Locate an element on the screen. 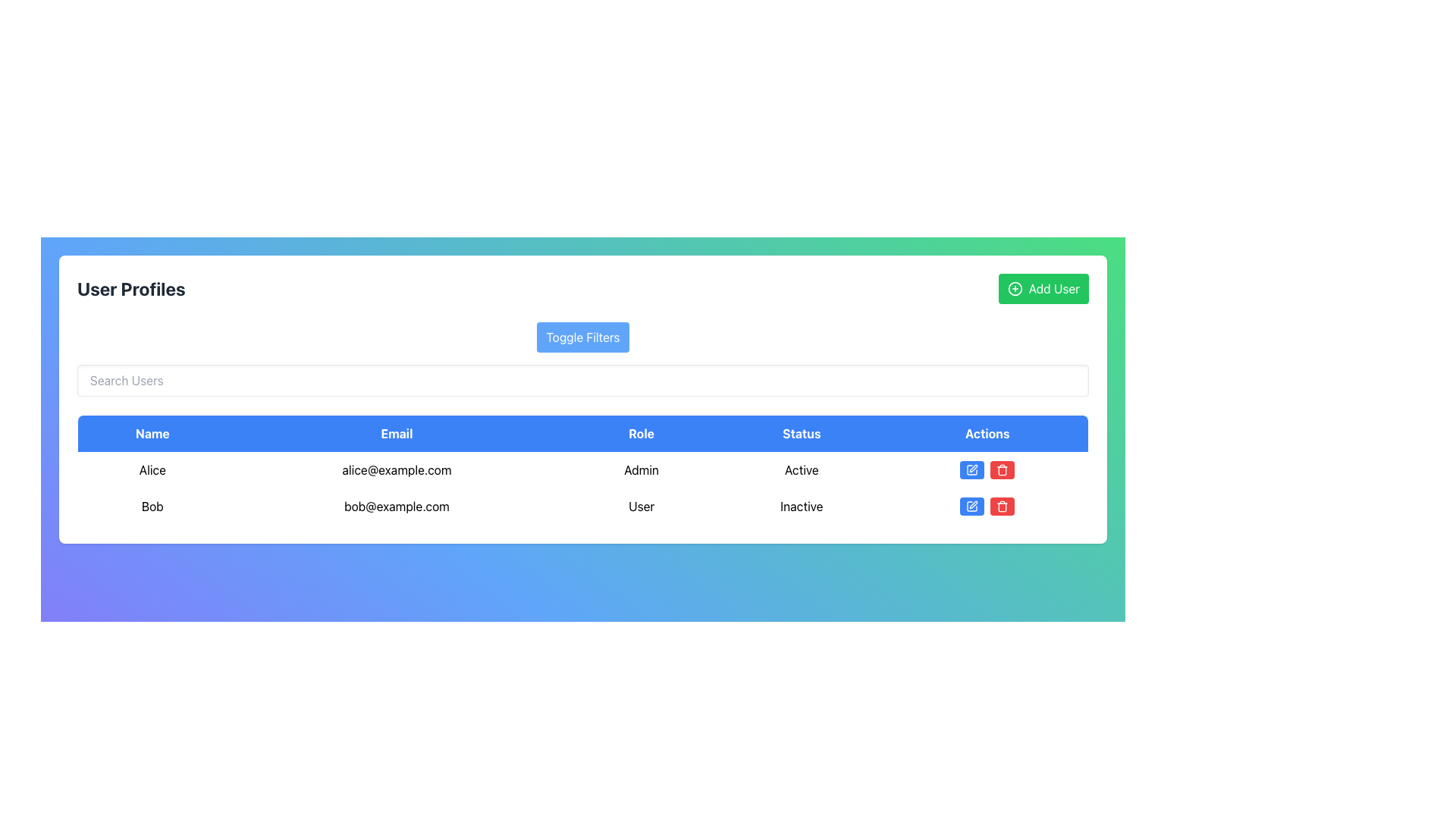  the text label indicating the current activity status of user 'Alice', which displays 'Active' under the 'Status' column in the user profiles table is located at coordinates (801, 469).